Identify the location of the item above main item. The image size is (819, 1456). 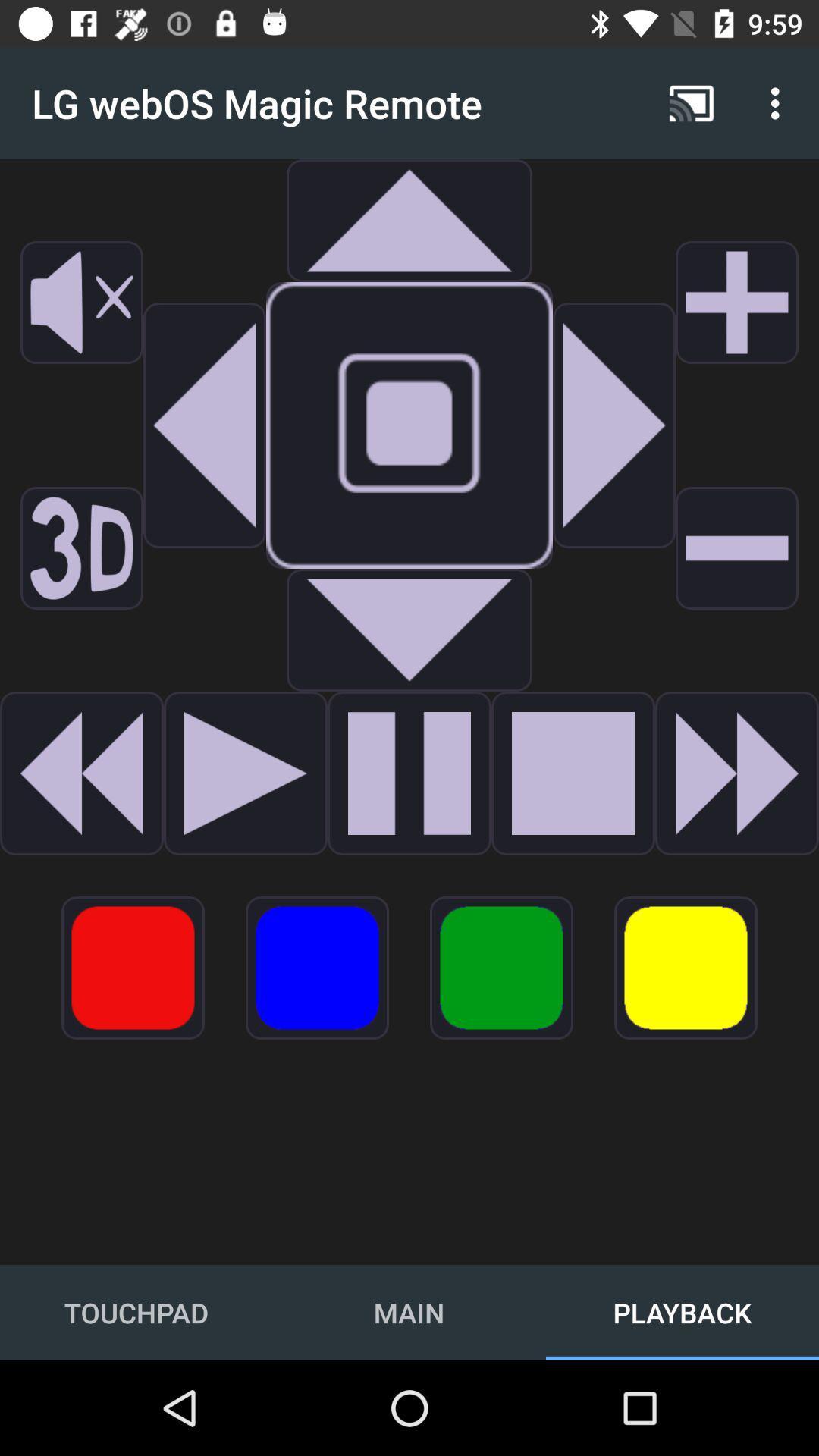
(501, 967).